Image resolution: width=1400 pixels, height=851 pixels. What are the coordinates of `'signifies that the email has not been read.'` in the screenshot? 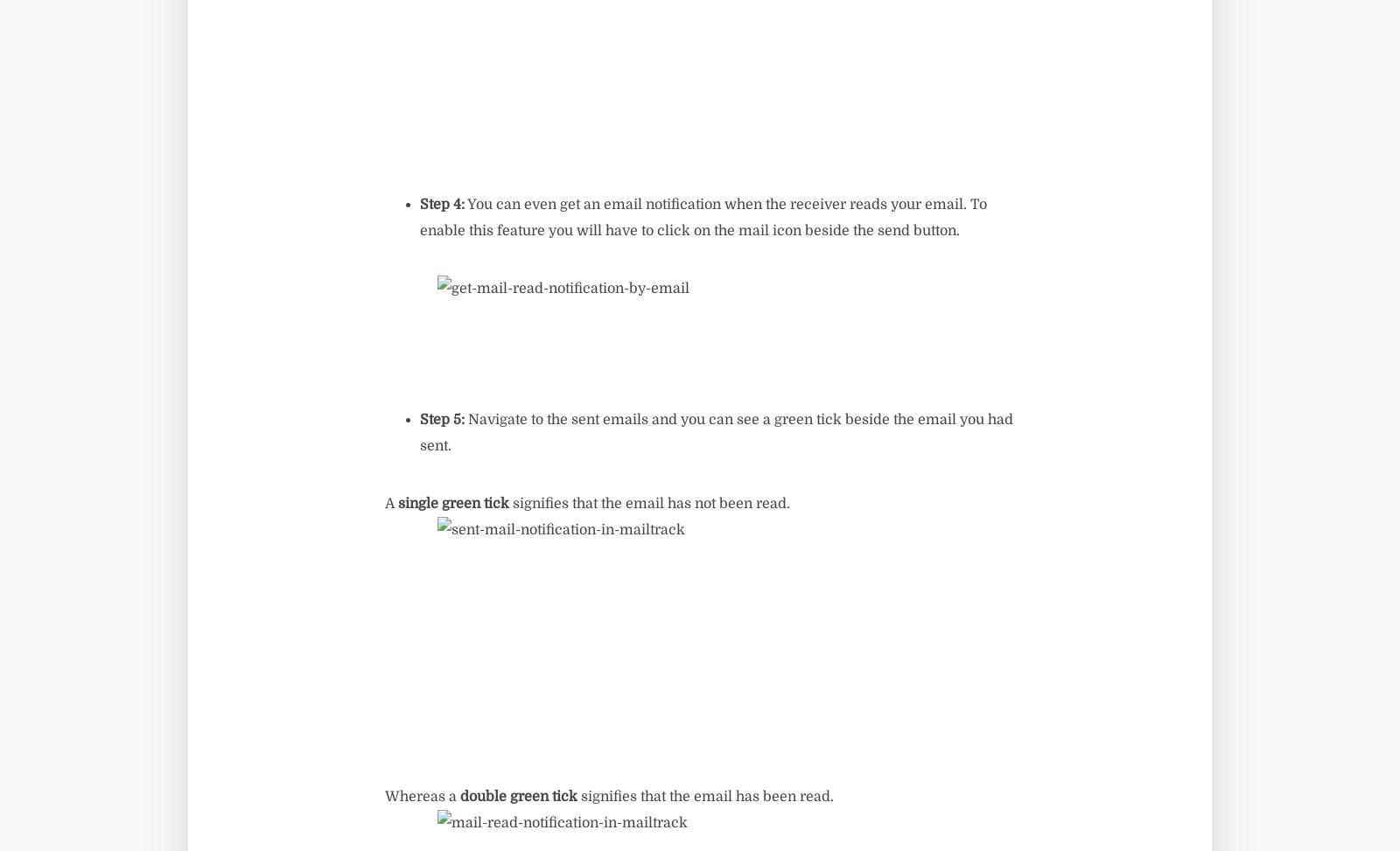 It's located at (649, 504).